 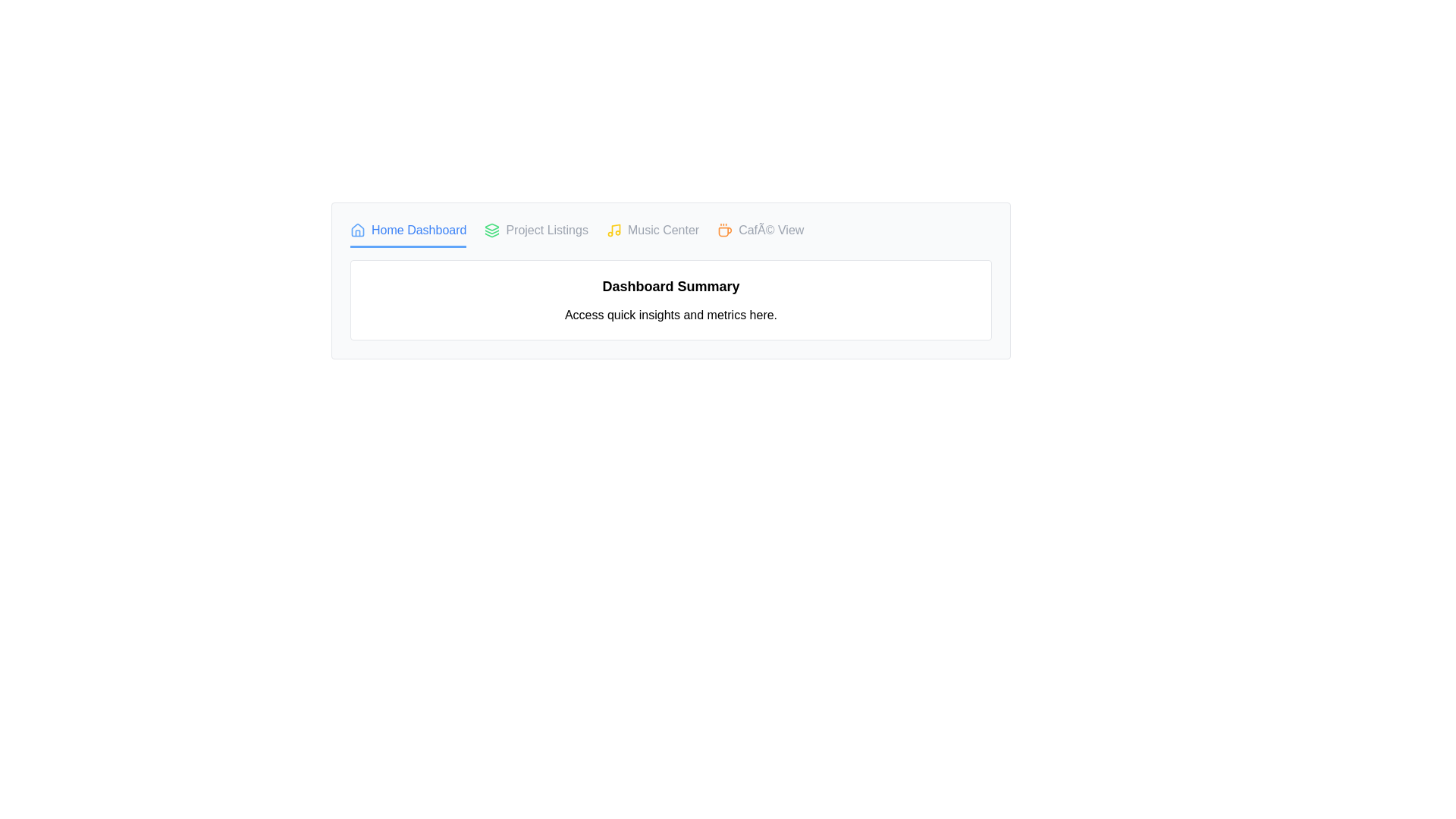 I want to click on the 'Home Dashboard' icon located in the navigation bar at the top left section of the main content area, so click(x=356, y=231).